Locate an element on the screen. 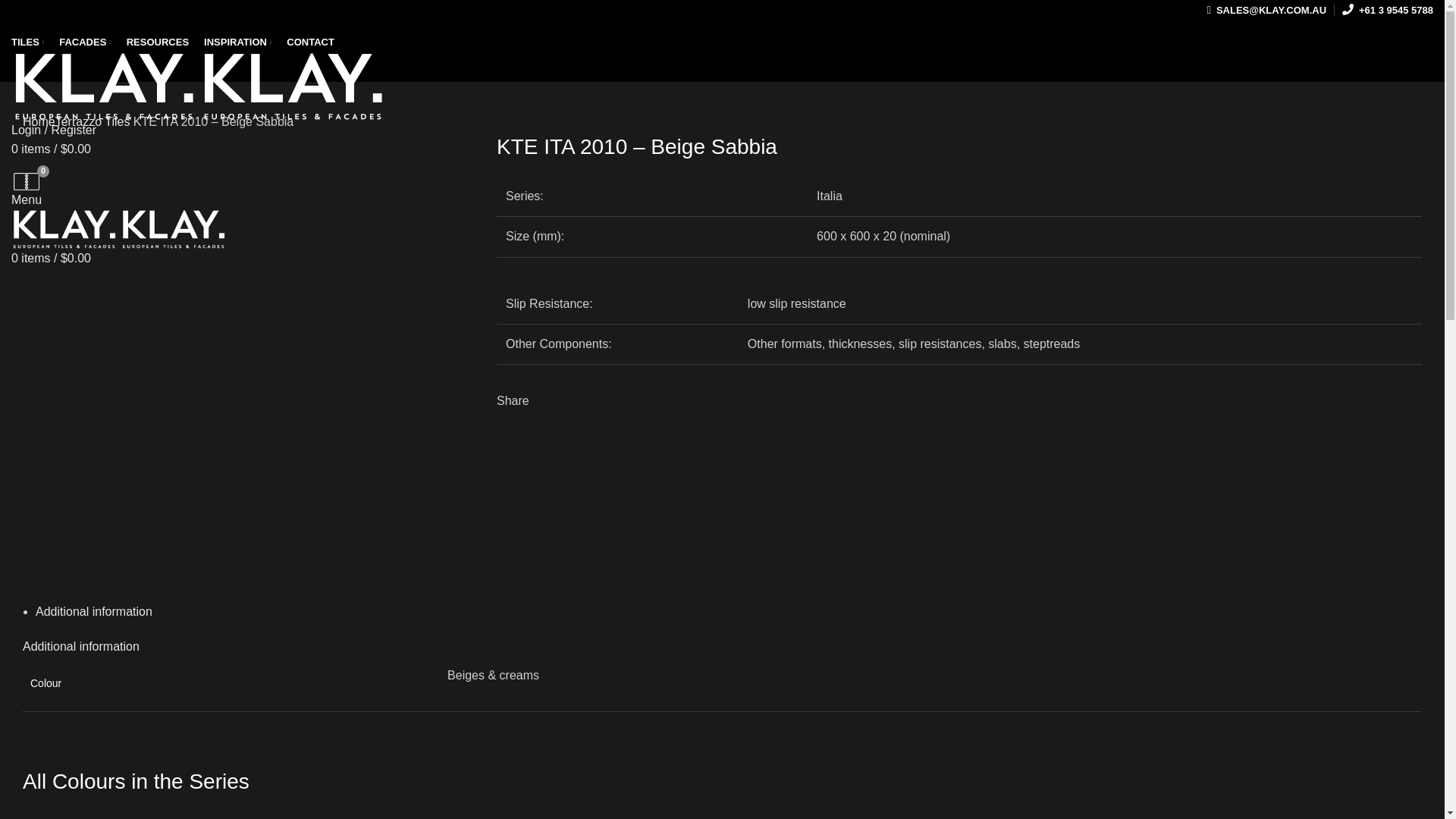 The width and height of the screenshot is (1456, 819). '+61 3 9545 5788' is located at coordinates (1387, 11).